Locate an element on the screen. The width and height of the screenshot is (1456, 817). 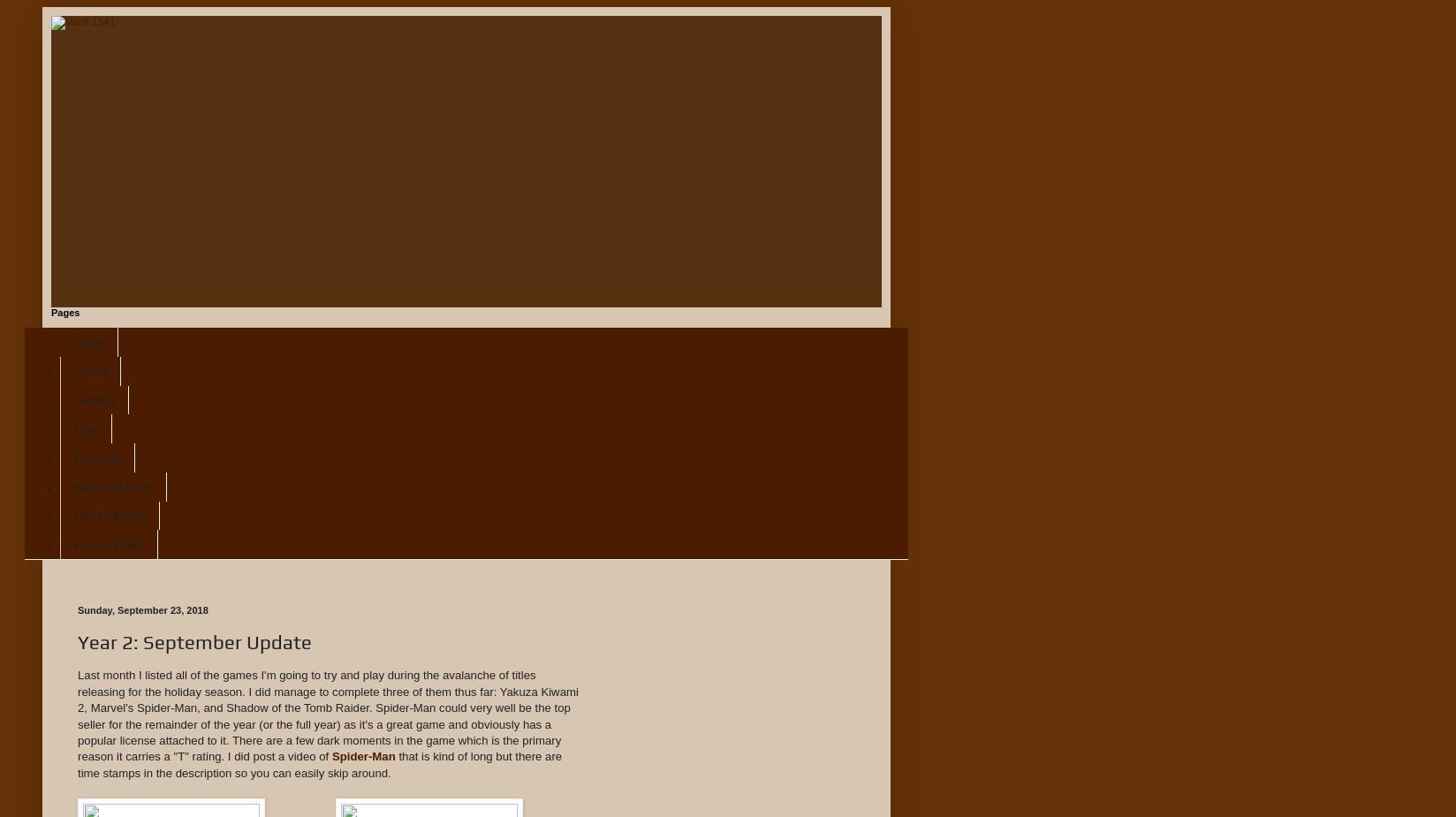
'Gaming' is located at coordinates (94, 397).